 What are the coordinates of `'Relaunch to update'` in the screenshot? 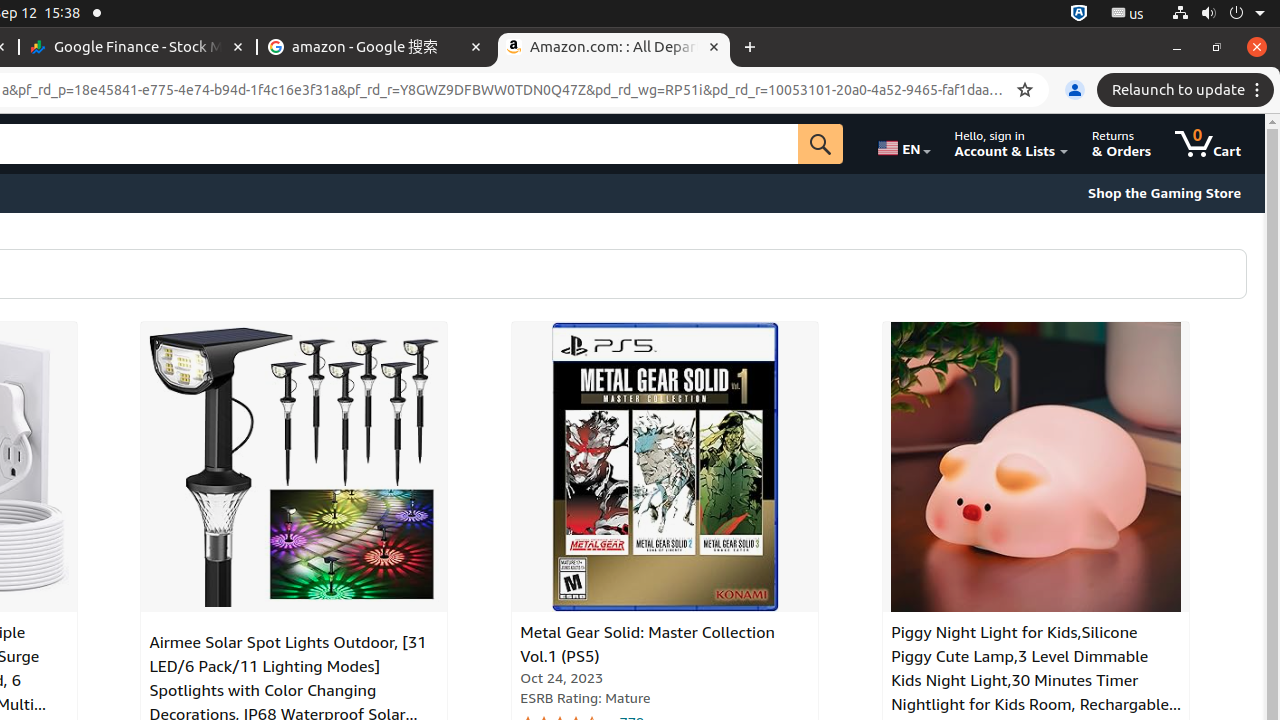 It's located at (1188, 90).